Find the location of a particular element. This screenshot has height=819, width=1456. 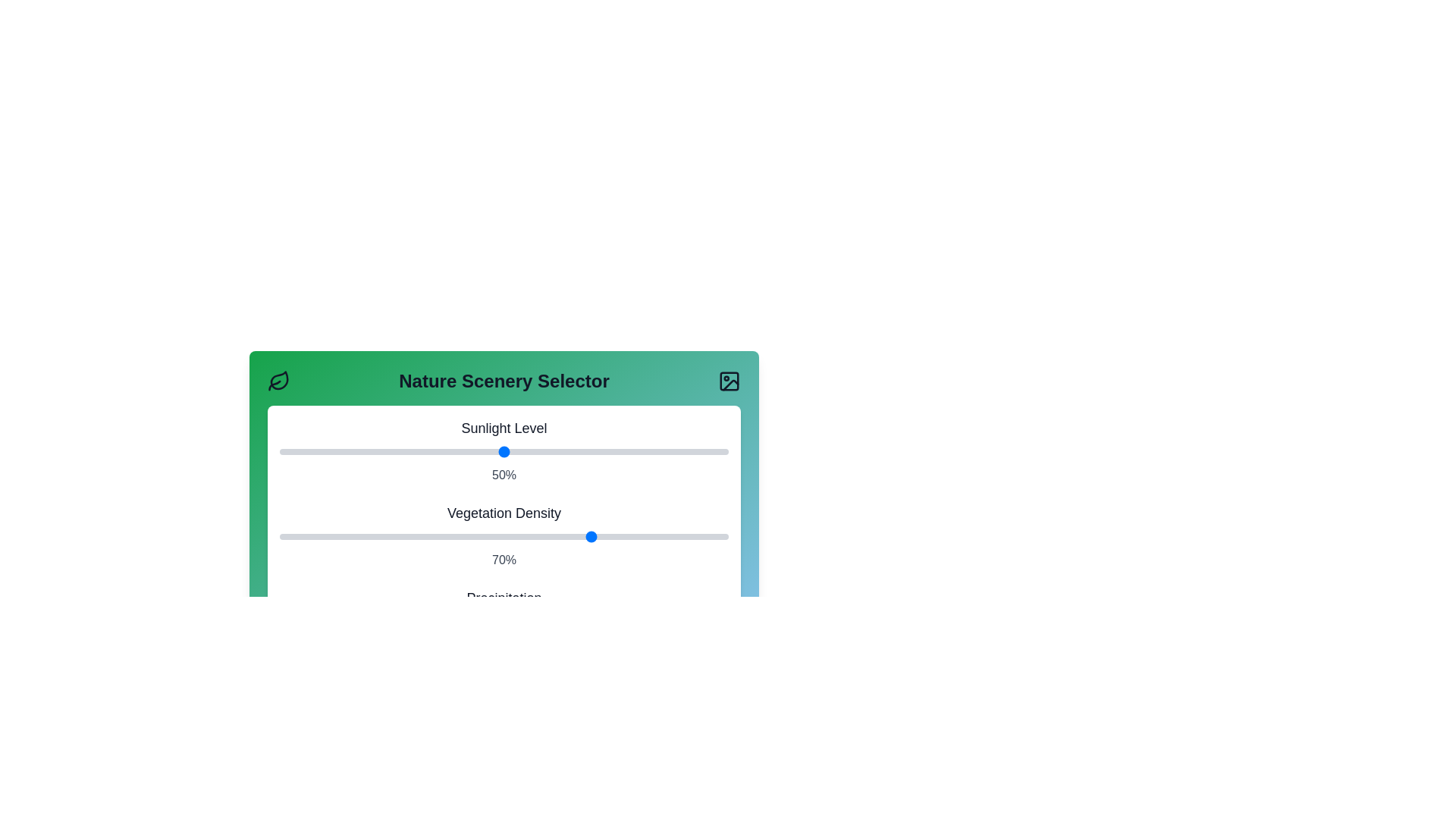

the precipitation slider to set its value to 56 is located at coordinates (531, 622).